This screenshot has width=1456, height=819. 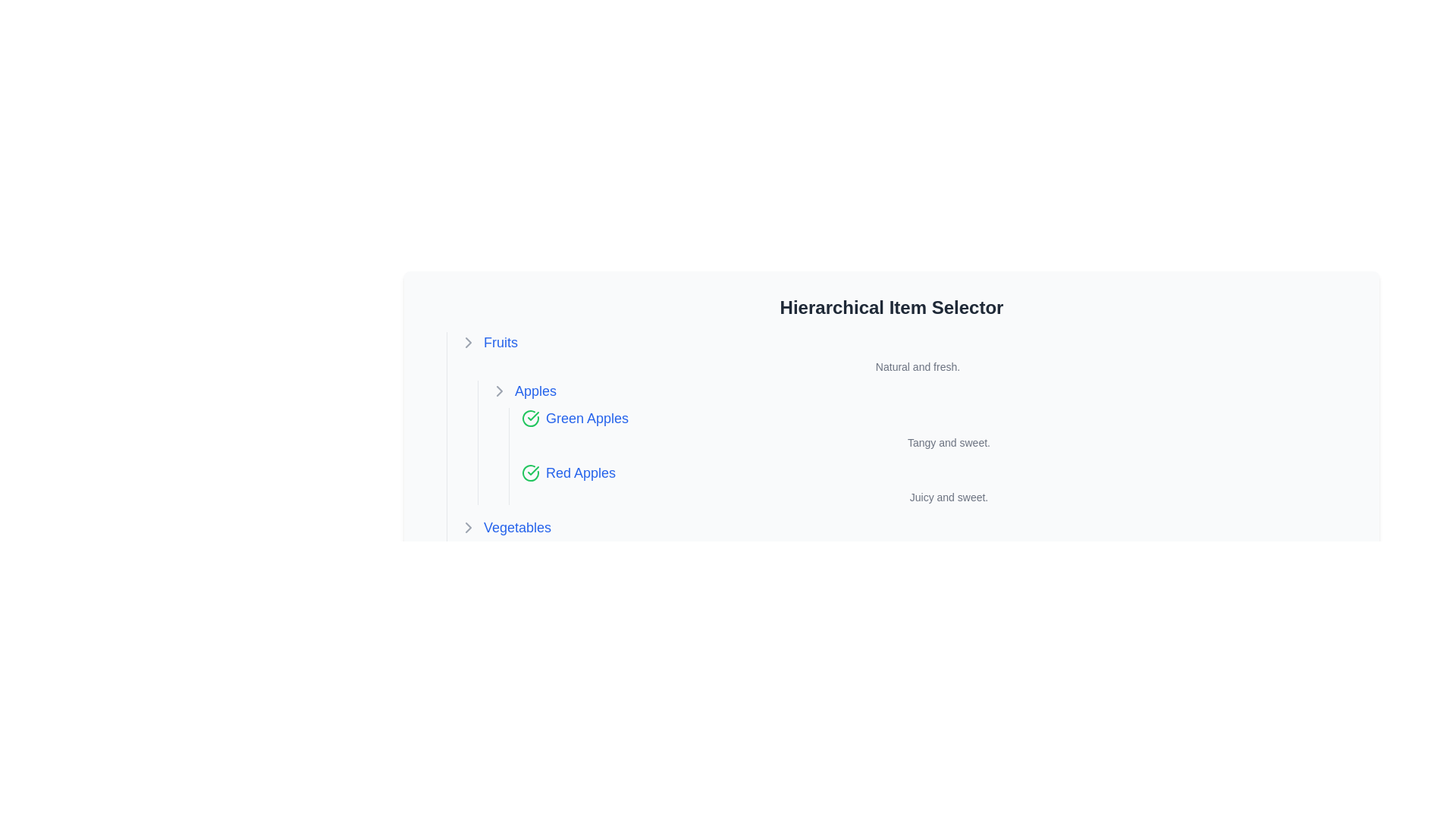 What do you see at coordinates (907, 366) in the screenshot?
I see `the static text element that displays 'Natural and fresh.' located directly below the 'Fruits' header in the hierarchical item selector interface` at bounding box center [907, 366].